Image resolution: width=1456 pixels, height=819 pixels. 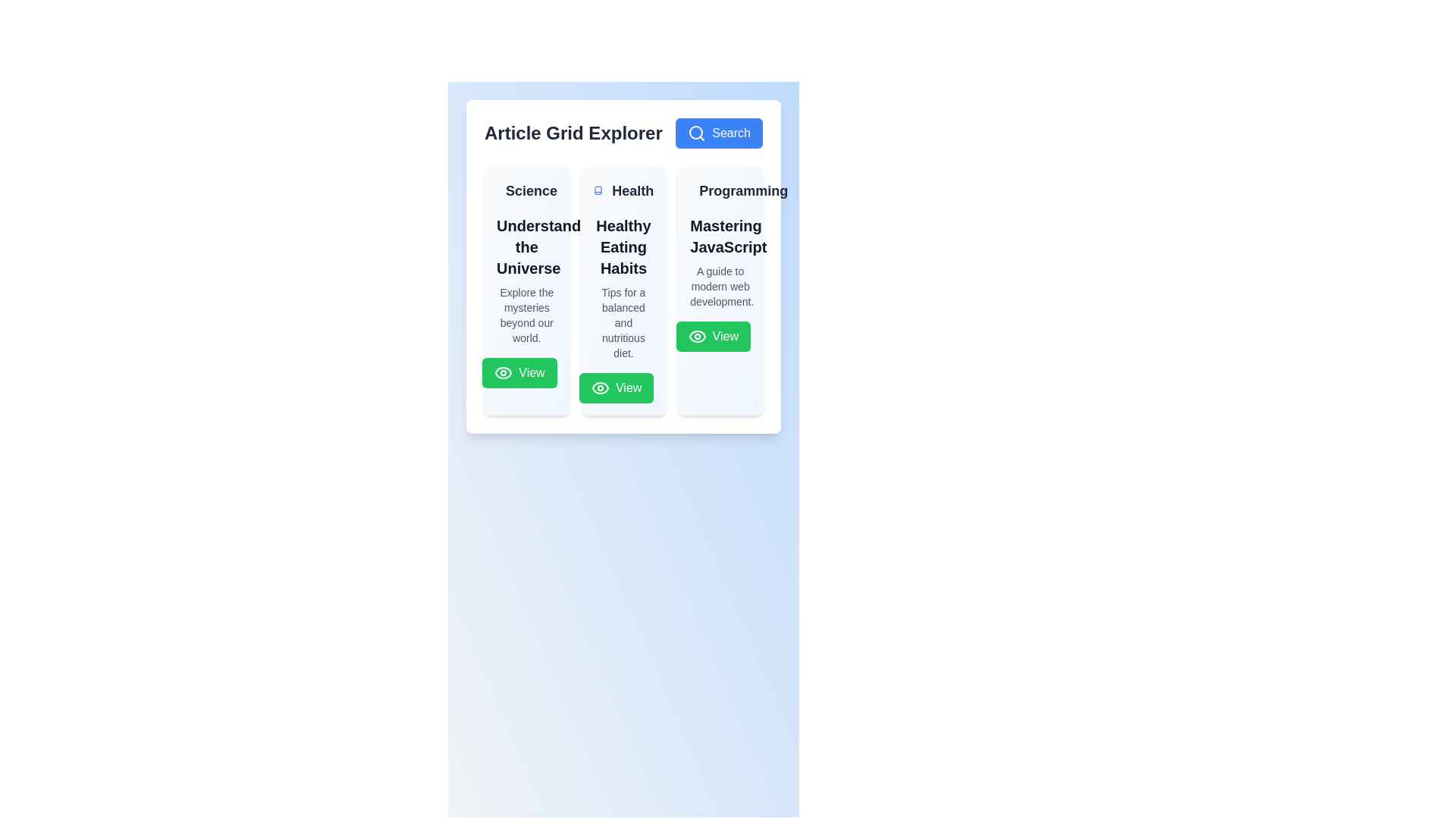 What do you see at coordinates (720, 287) in the screenshot?
I see `the static text label providing context about 'Mastering JavaScript', located in the rightmost column under the 'Programming' section, directly beneath the title and above the green 'View' button` at bounding box center [720, 287].